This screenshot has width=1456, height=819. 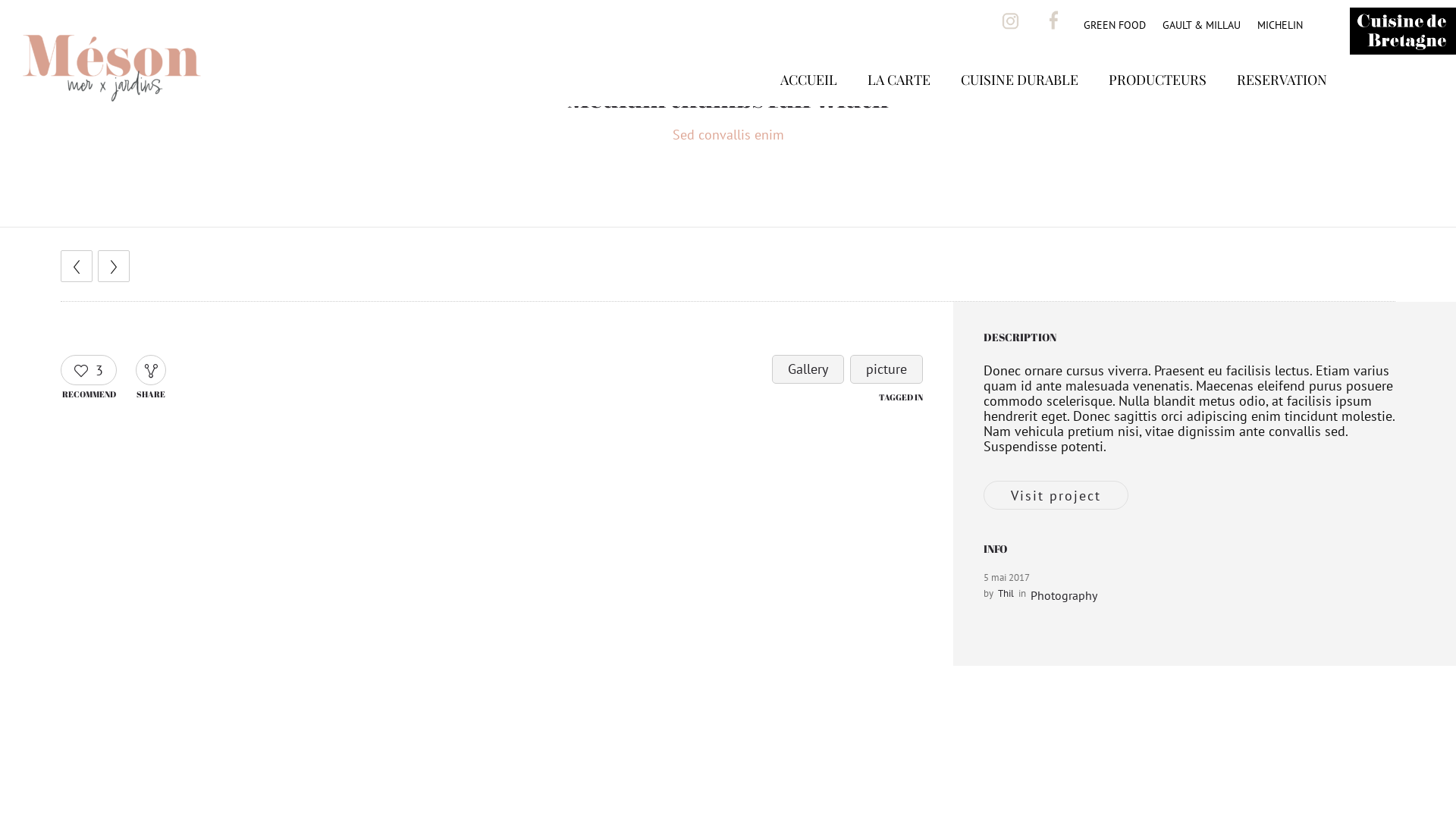 What do you see at coordinates (1006, 592) in the screenshot?
I see `'Thil'` at bounding box center [1006, 592].